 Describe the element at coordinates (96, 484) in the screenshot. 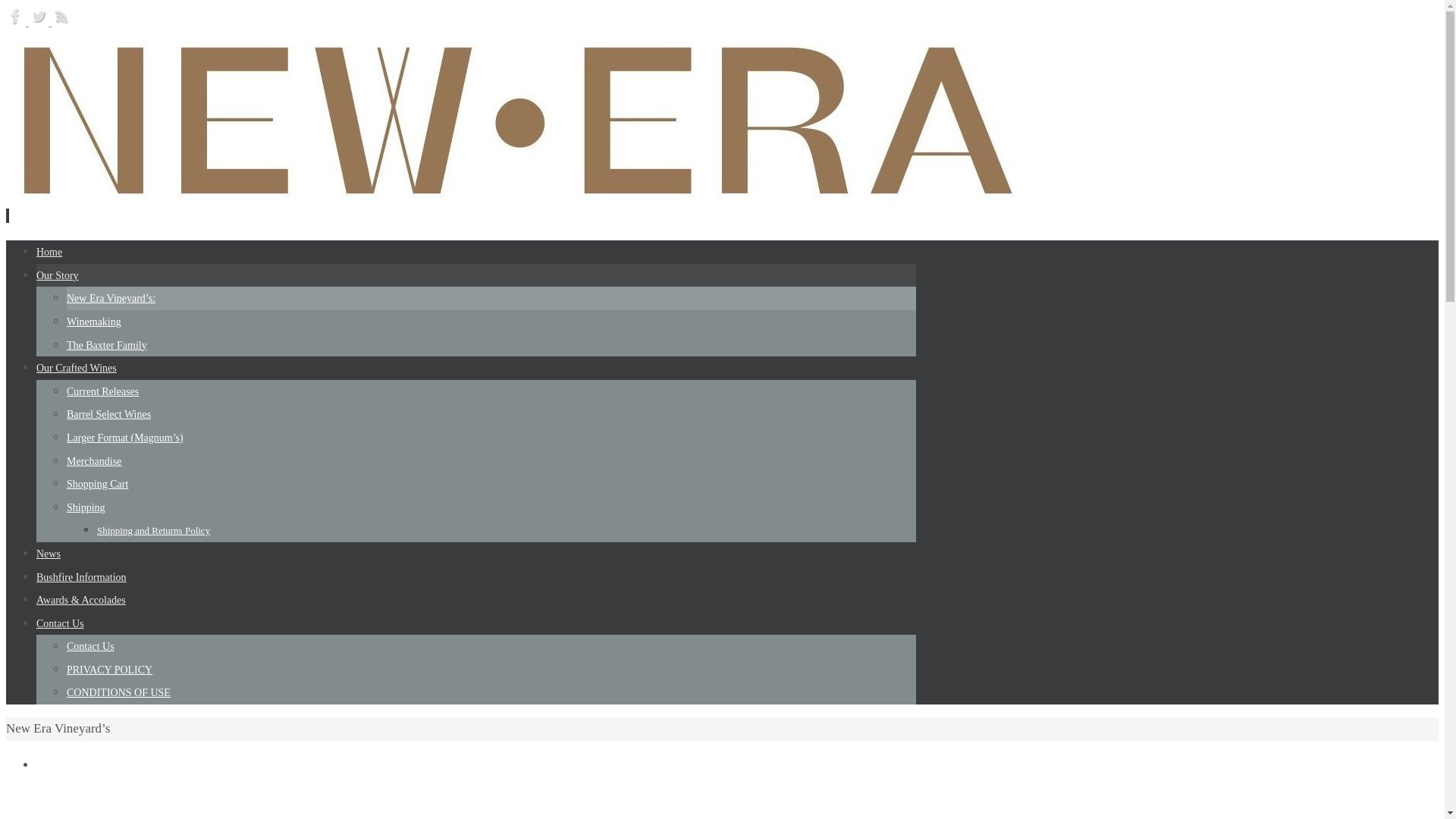

I see `'Shopping Cart'` at that location.